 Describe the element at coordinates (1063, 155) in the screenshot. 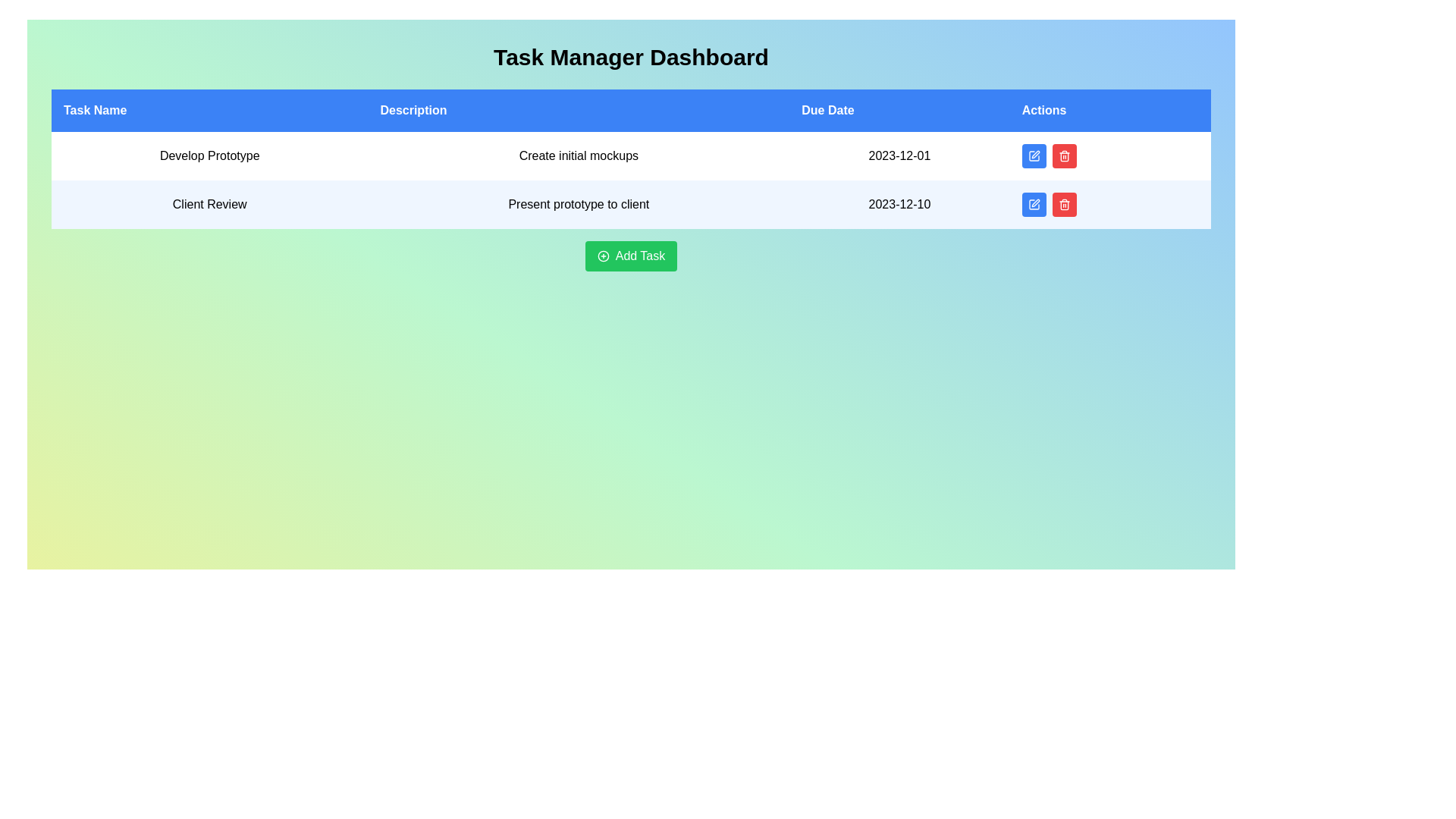

I see `the red trash icon button located in the 'Actions' column of the second task row for 'Client Review'` at that location.